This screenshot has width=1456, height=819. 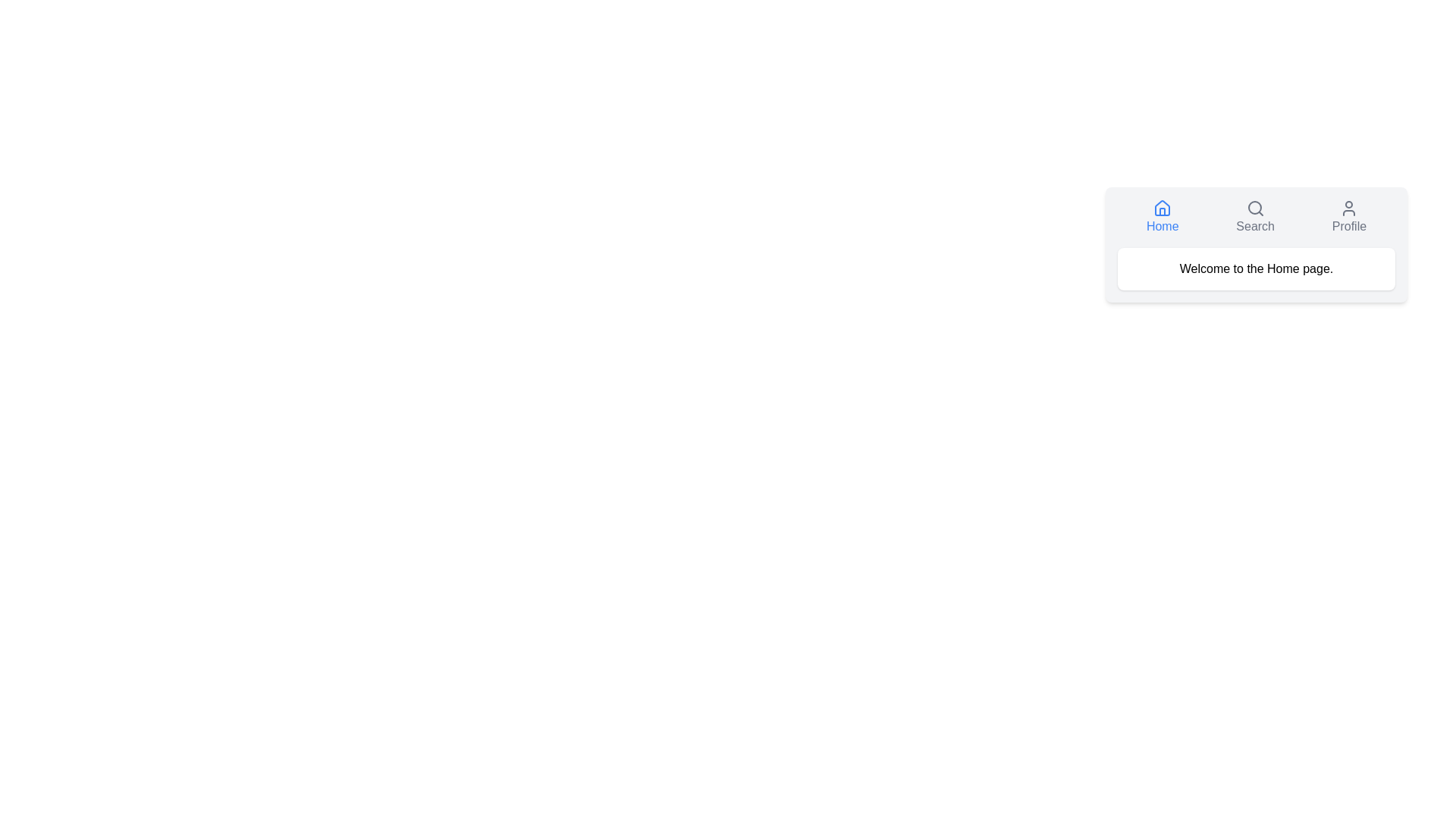 What do you see at coordinates (1255, 227) in the screenshot?
I see `the Text Label that indicates a search function, located in the navigation bar between the 'Home' and 'Profile' sections` at bounding box center [1255, 227].